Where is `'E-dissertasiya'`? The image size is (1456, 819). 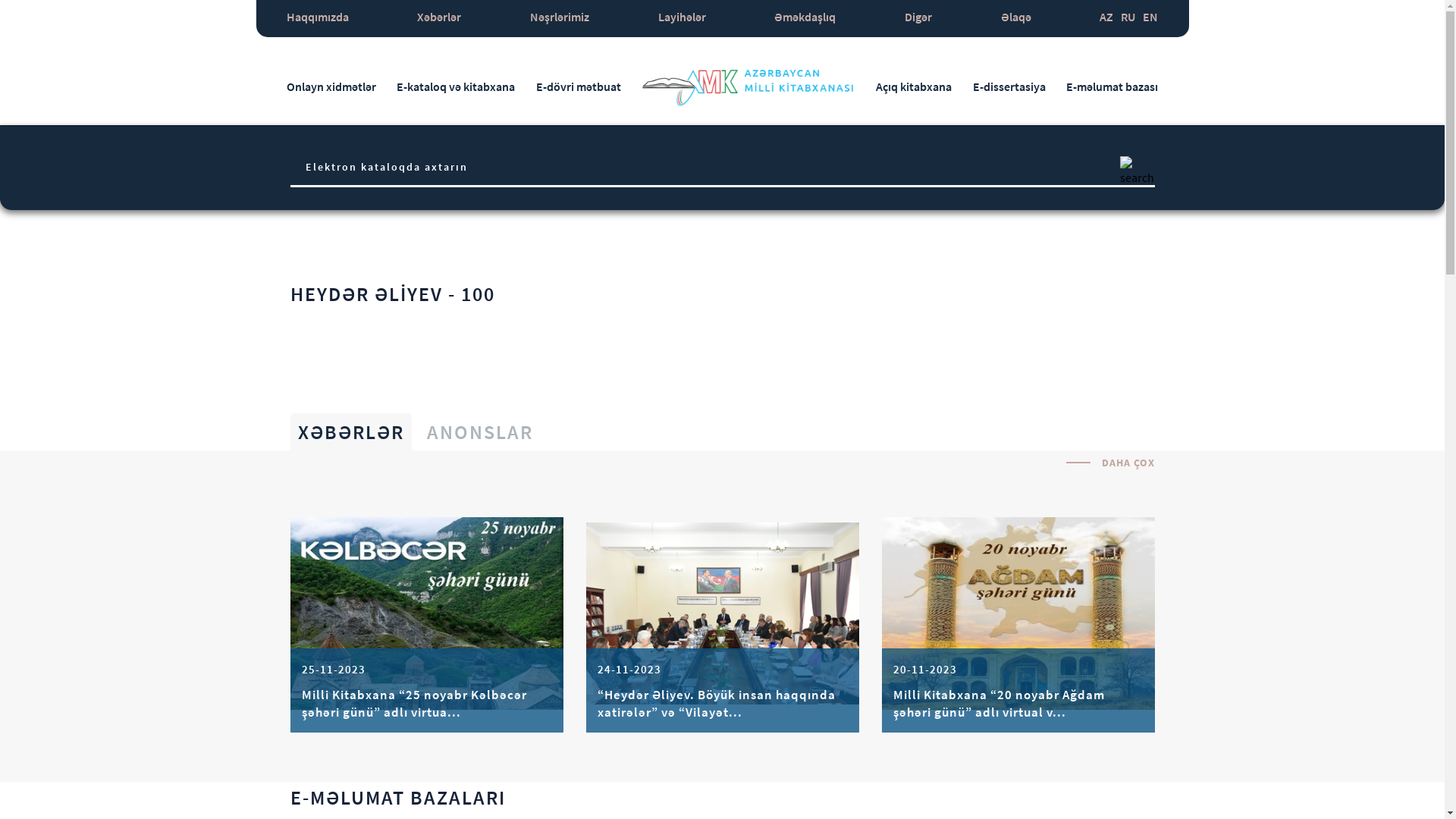
'E-dissertasiya' is located at coordinates (972, 86).